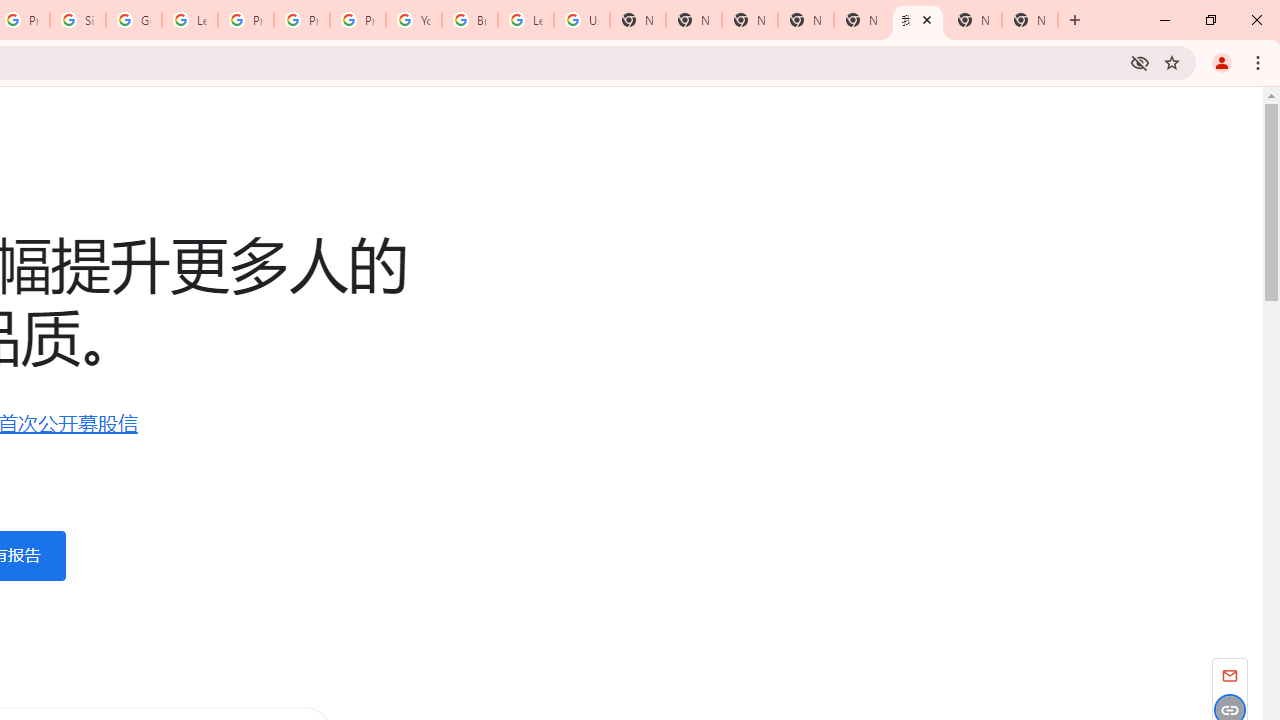 This screenshot has width=1280, height=720. Describe the element at coordinates (413, 20) in the screenshot. I see `'YouTube'` at that location.